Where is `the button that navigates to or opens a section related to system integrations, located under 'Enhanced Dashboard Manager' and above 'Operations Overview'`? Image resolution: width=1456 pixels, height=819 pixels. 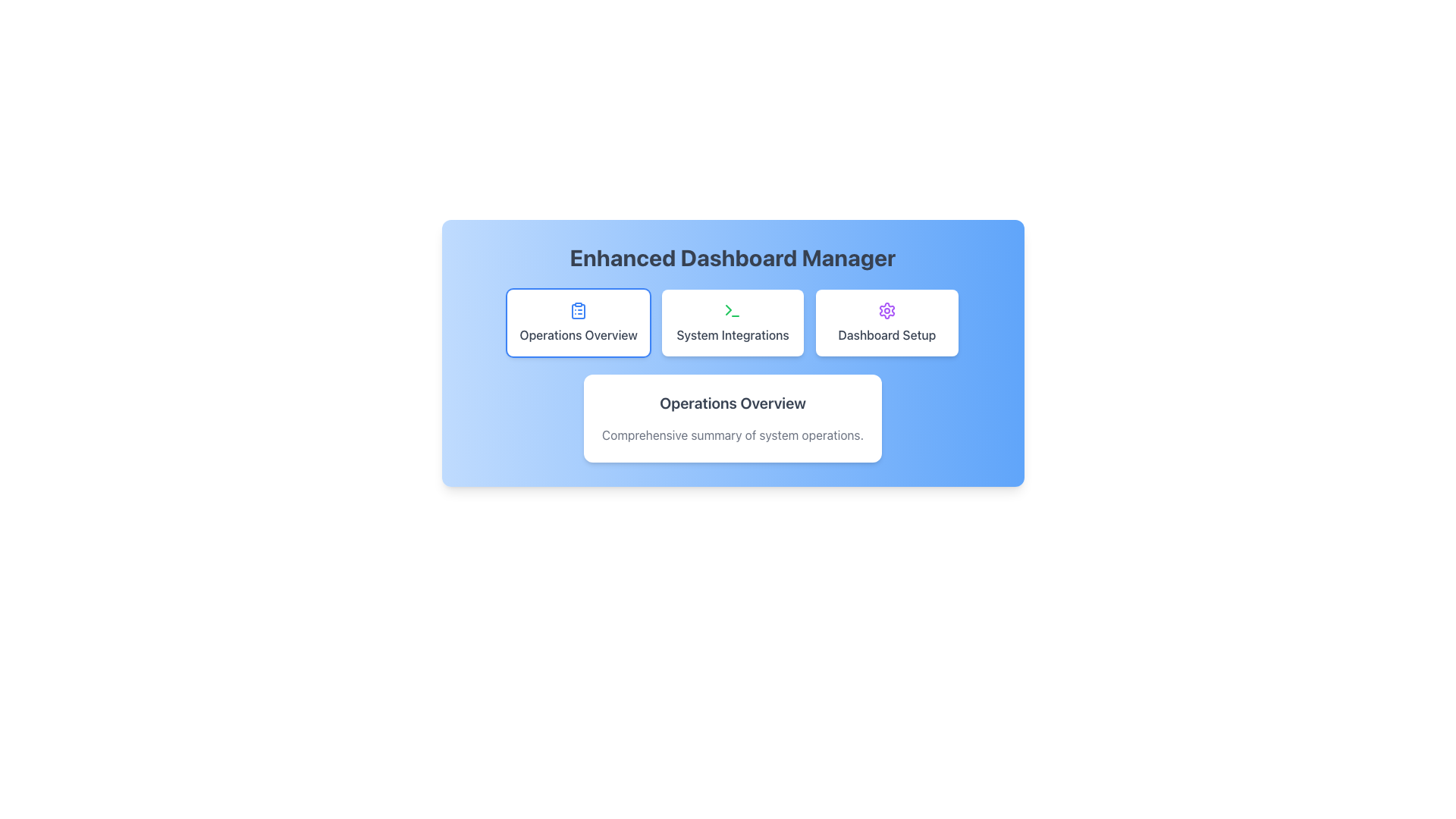
the button that navigates to or opens a section related to system integrations, located under 'Enhanced Dashboard Manager' and above 'Operations Overview' is located at coordinates (733, 322).